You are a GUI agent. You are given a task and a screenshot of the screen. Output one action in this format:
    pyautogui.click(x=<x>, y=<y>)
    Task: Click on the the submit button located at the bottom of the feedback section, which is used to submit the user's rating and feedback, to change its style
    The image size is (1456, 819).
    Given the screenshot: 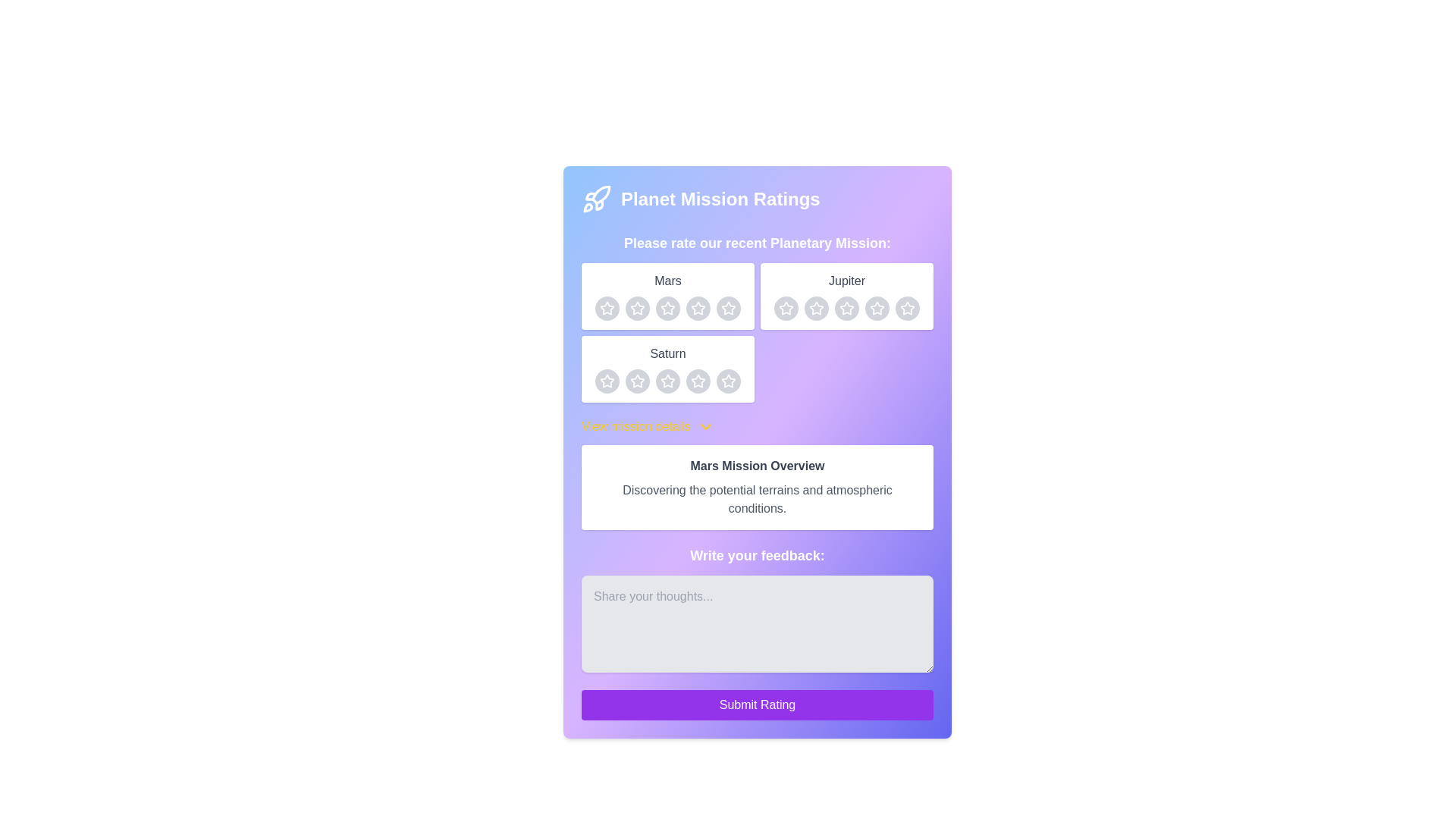 What is the action you would take?
    pyautogui.click(x=757, y=704)
    